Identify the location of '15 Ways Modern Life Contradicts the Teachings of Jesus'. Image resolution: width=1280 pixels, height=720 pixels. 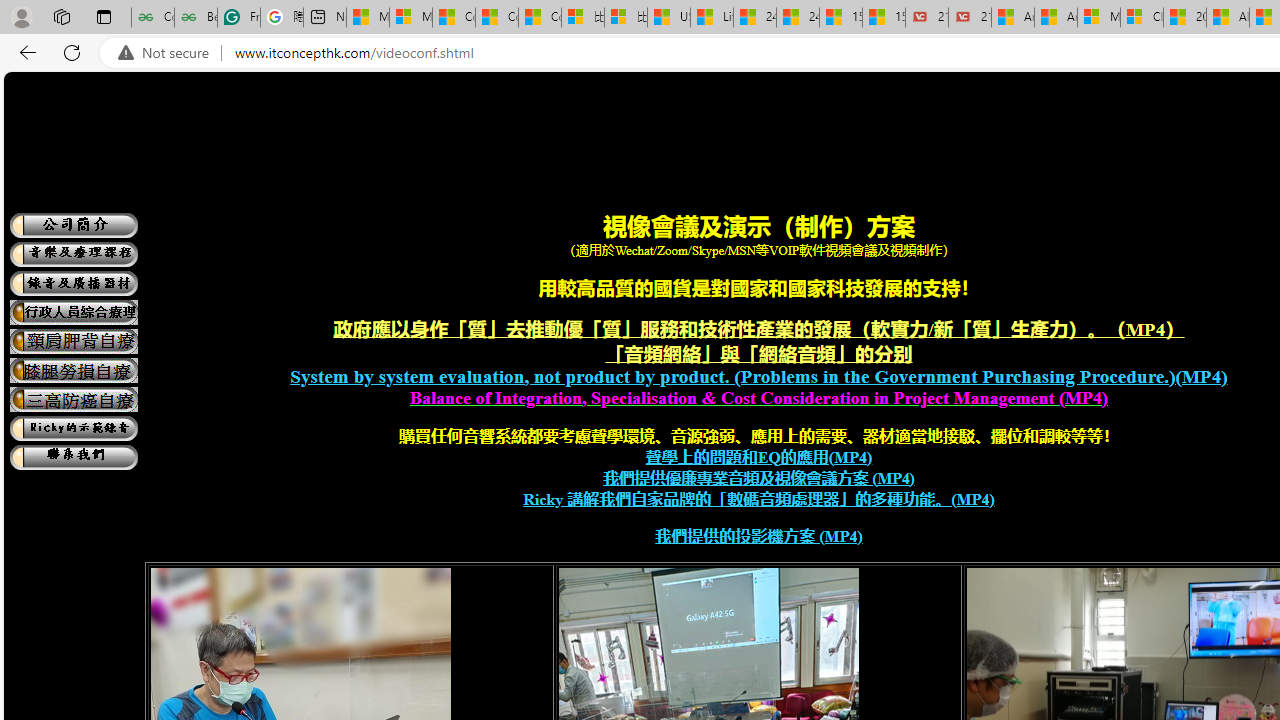
(882, 17).